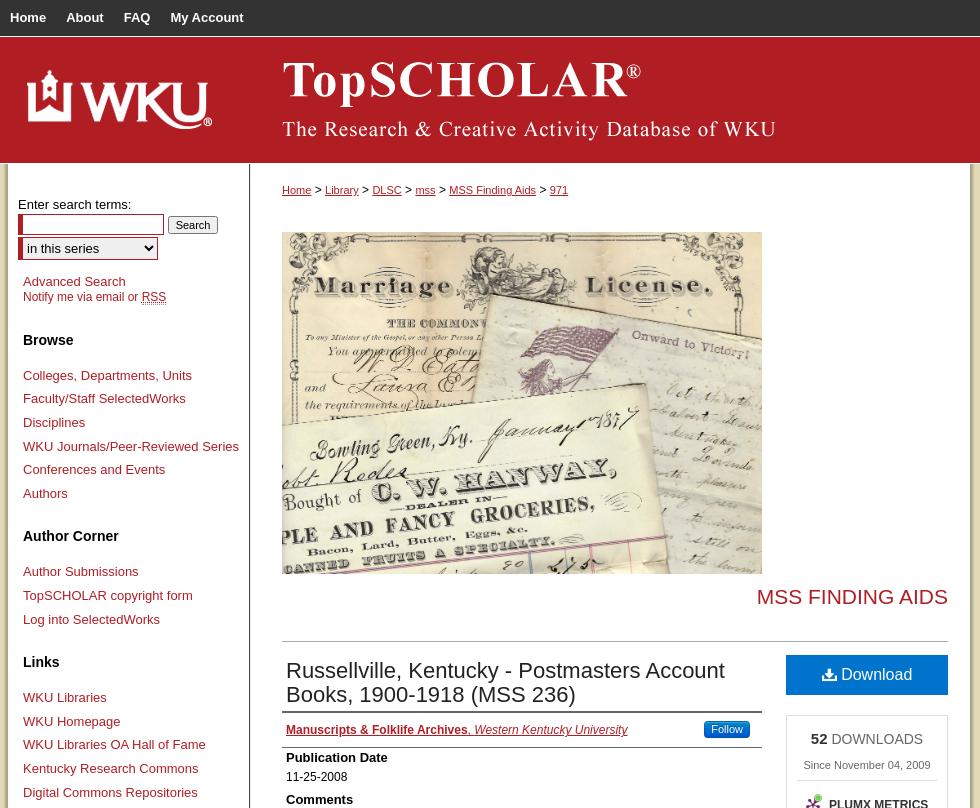 This screenshot has width=980, height=808. What do you see at coordinates (866, 764) in the screenshot?
I see `'Since November 04, 2009'` at bounding box center [866, 764].